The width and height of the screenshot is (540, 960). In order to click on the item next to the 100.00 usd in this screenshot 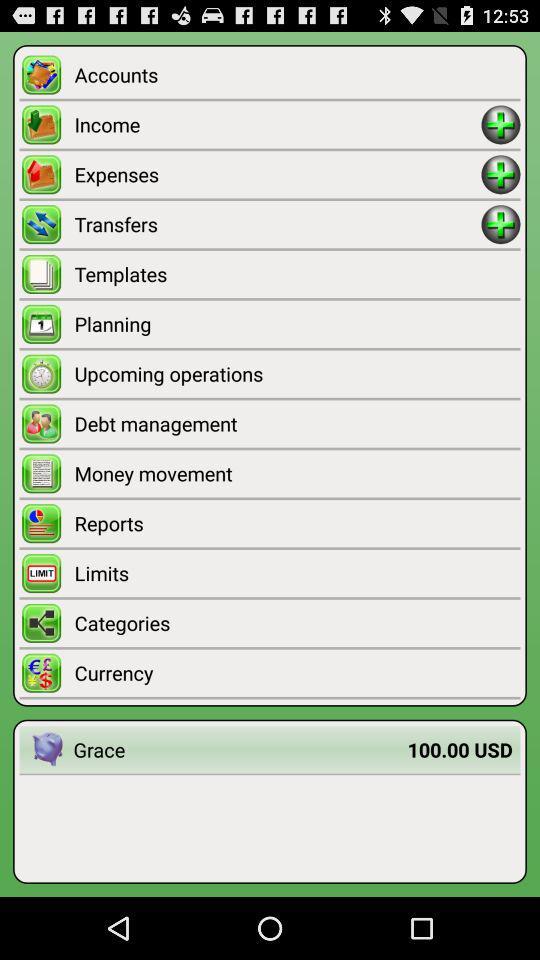, I will do `click(240, 748)`.